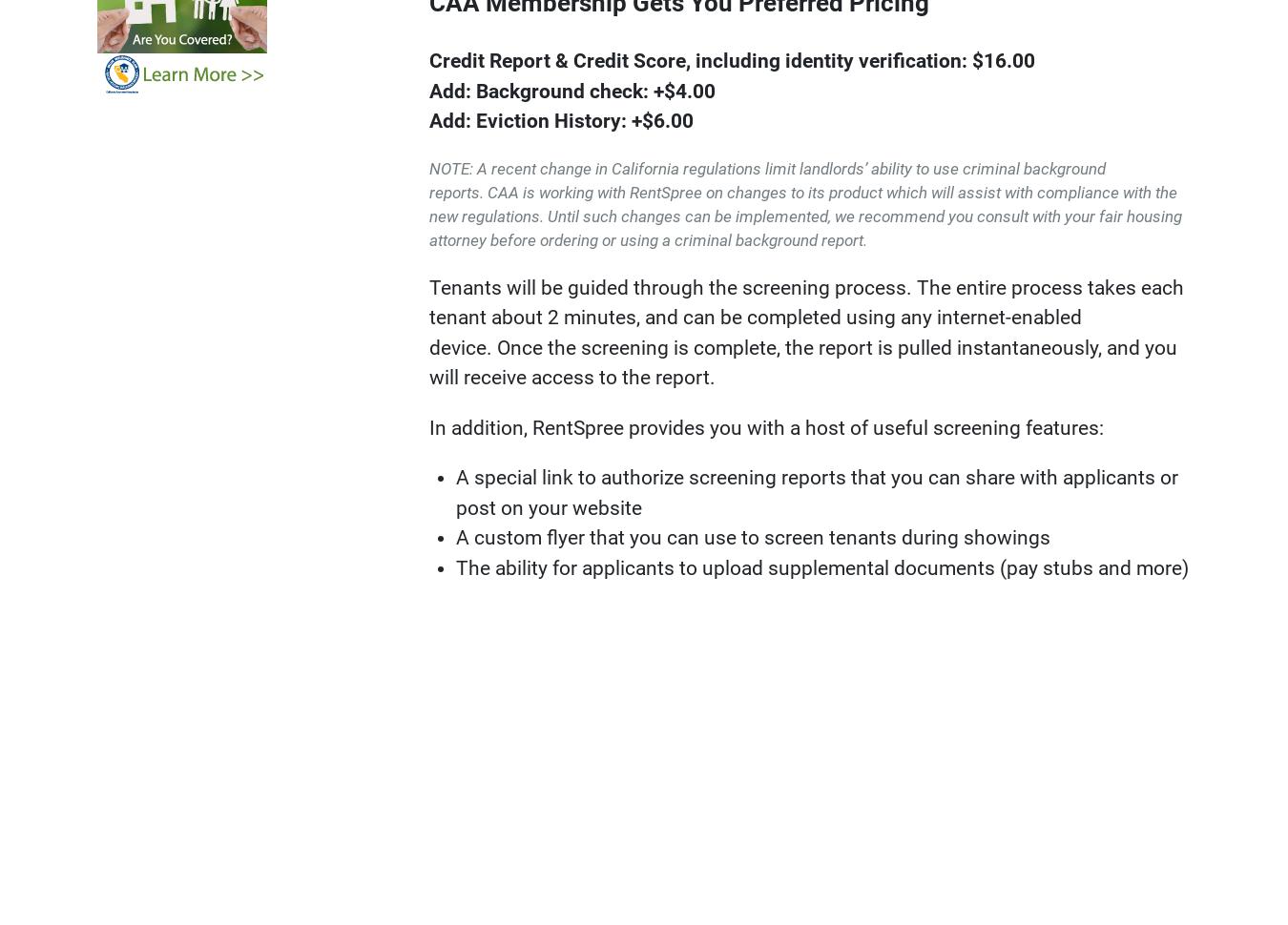  What do you see at coordinates (919, 738) in the screenshot?
I see `'Contact'` at bounding box center [919, 738].